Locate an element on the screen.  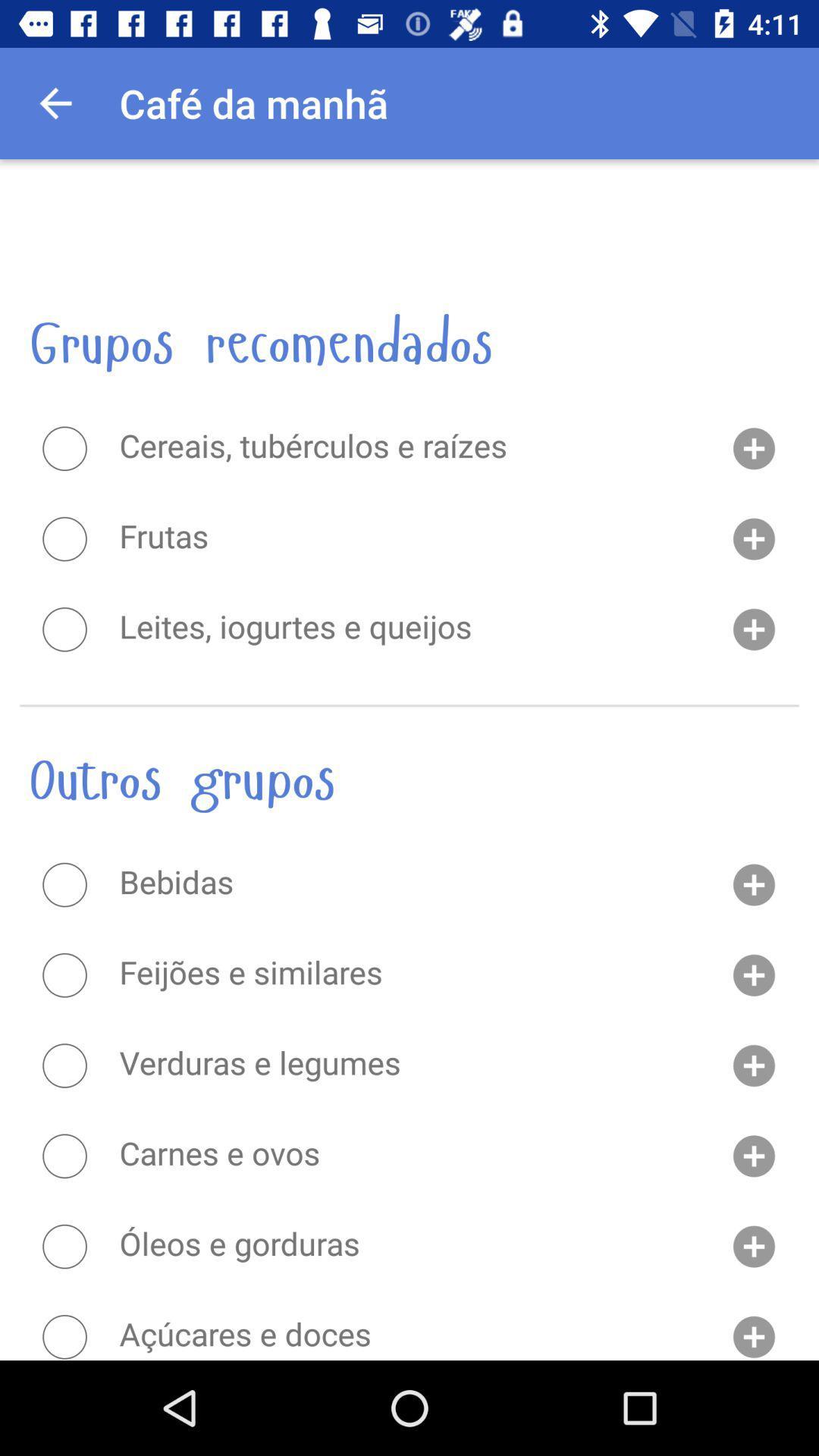
verduras e legumes is located at coordinates (64, 1065).